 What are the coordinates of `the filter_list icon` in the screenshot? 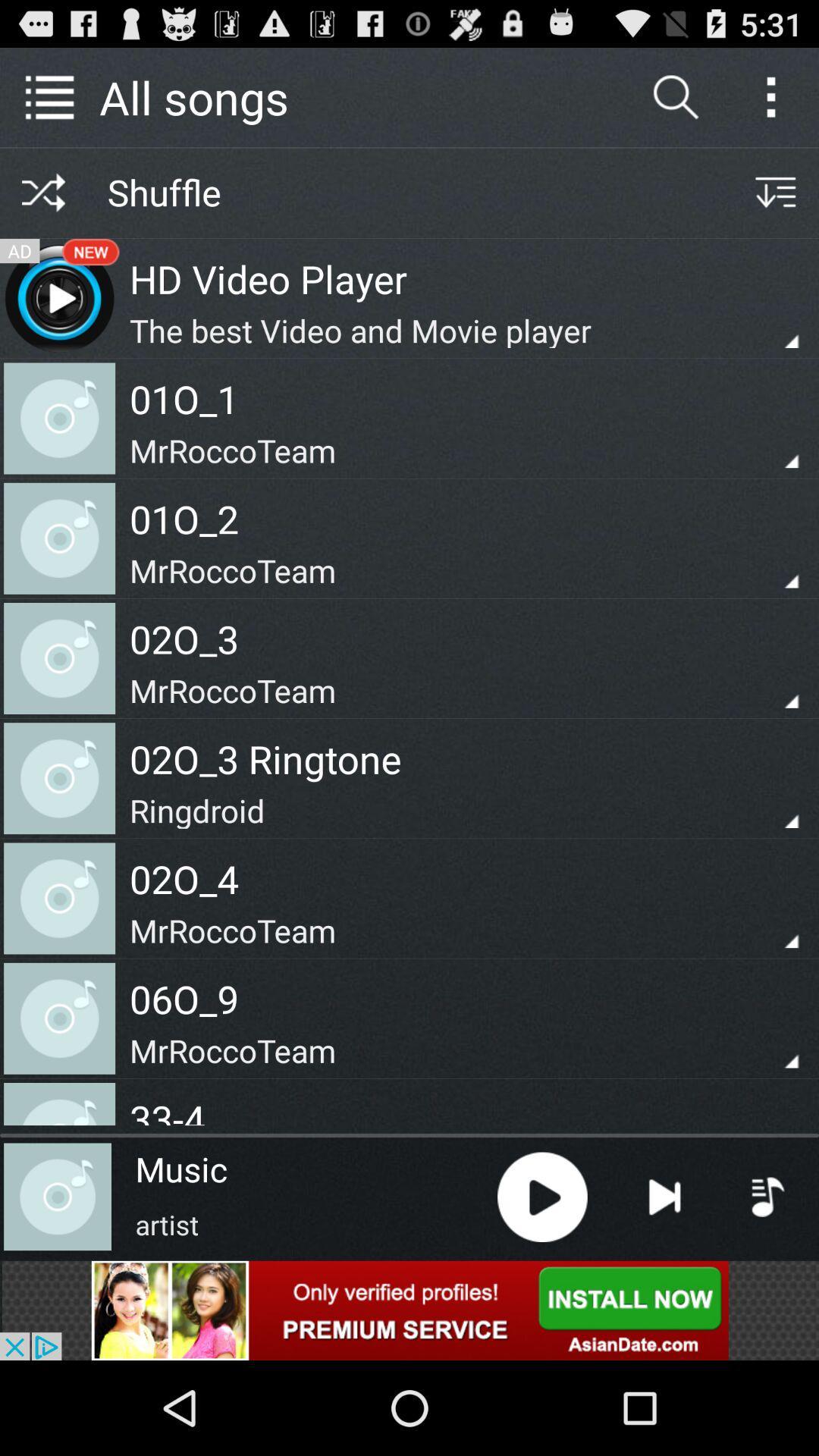 It's located at (775, 205).